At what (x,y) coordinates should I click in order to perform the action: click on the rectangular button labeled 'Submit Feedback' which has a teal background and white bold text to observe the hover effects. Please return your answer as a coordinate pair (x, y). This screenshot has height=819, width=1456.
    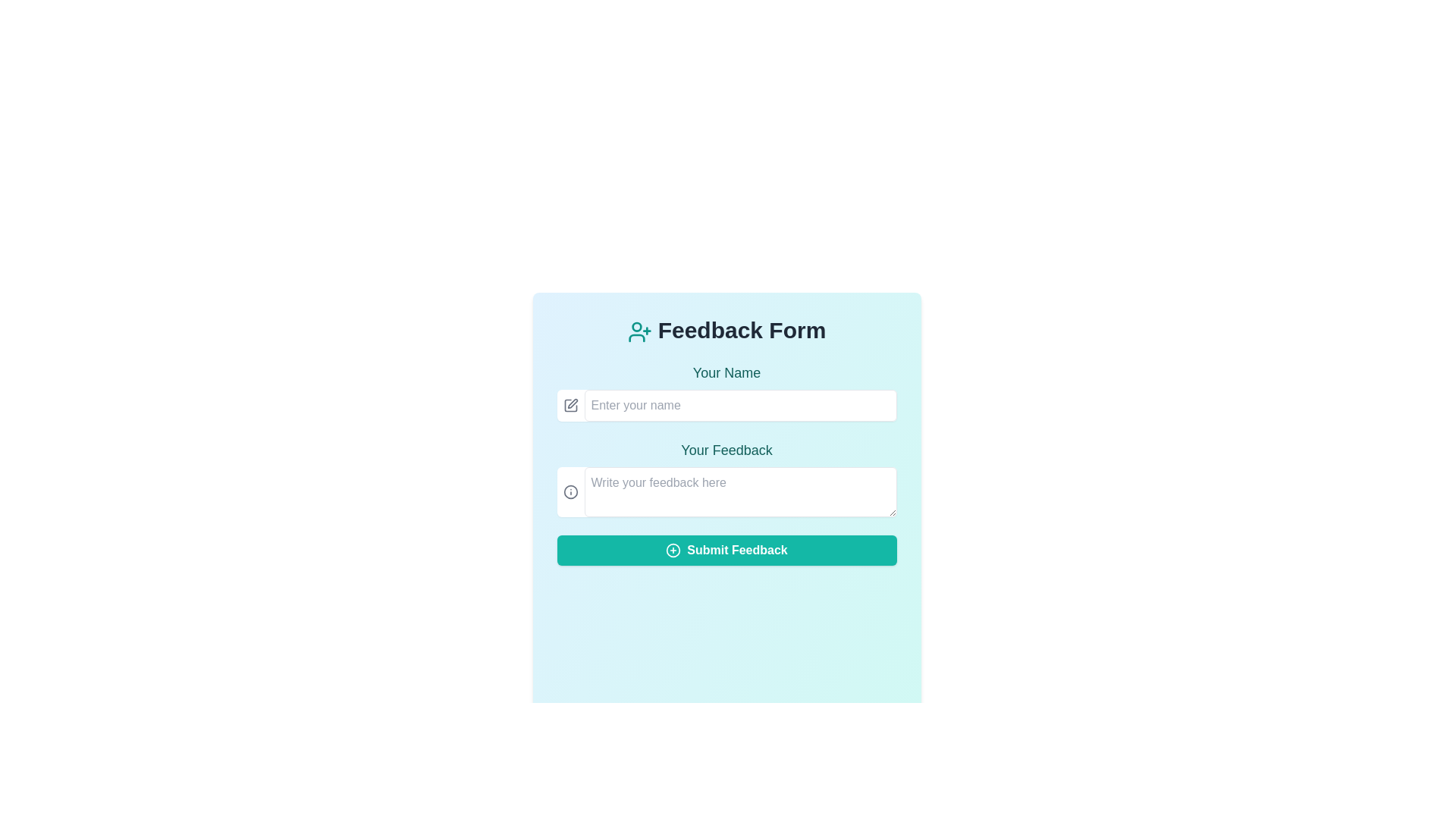
    Looking at the image, I should click on (726, 551).